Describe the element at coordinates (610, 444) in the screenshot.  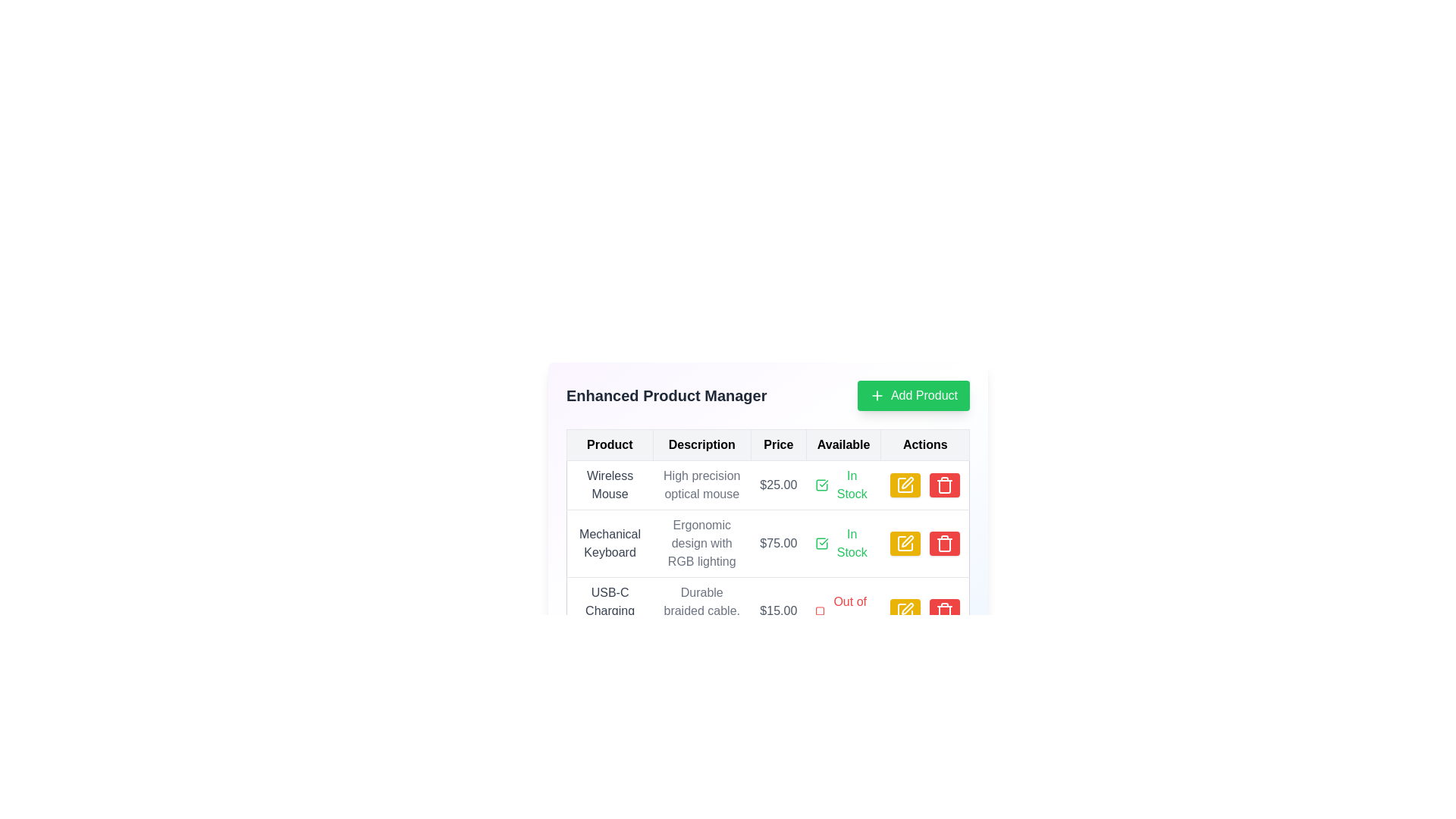
I see `the 'Product' text label, which is the first cell in the header row of a table, styled with borders and a light gray background` at that location.